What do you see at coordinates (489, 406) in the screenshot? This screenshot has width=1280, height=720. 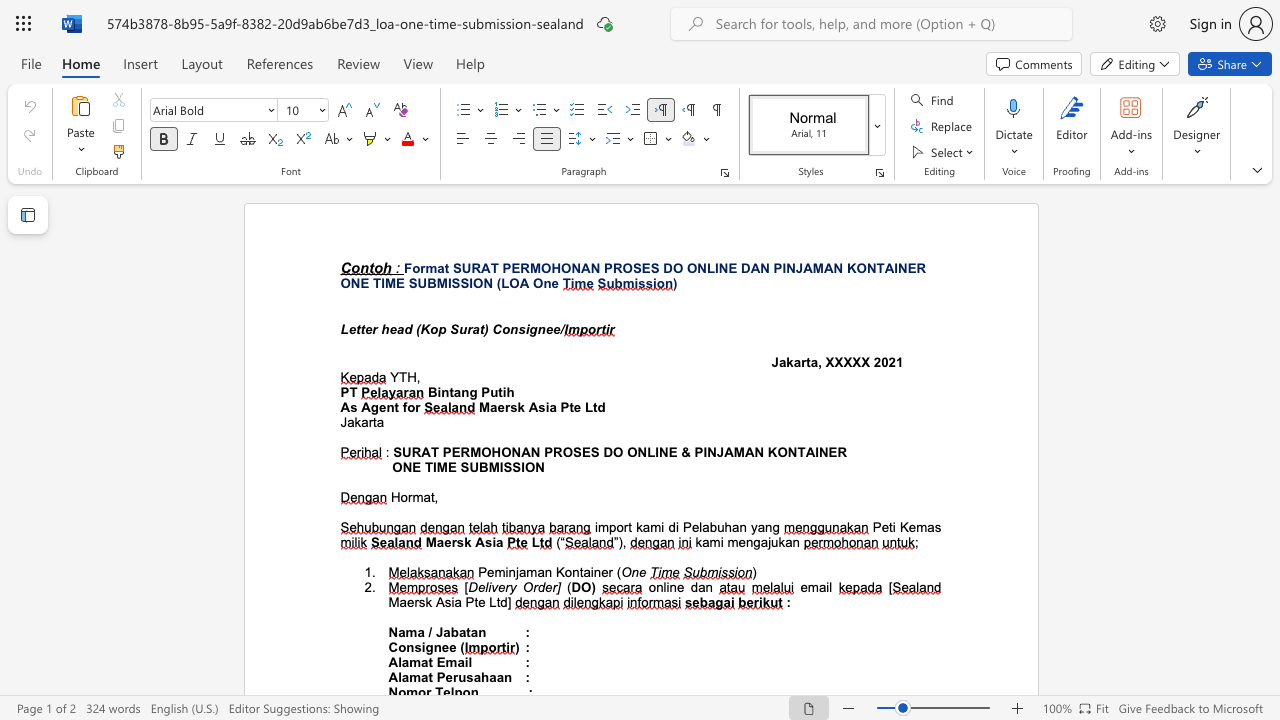 I see `the space between the continuous character "M" and "a" in the text` at bounding box center [489, 406].